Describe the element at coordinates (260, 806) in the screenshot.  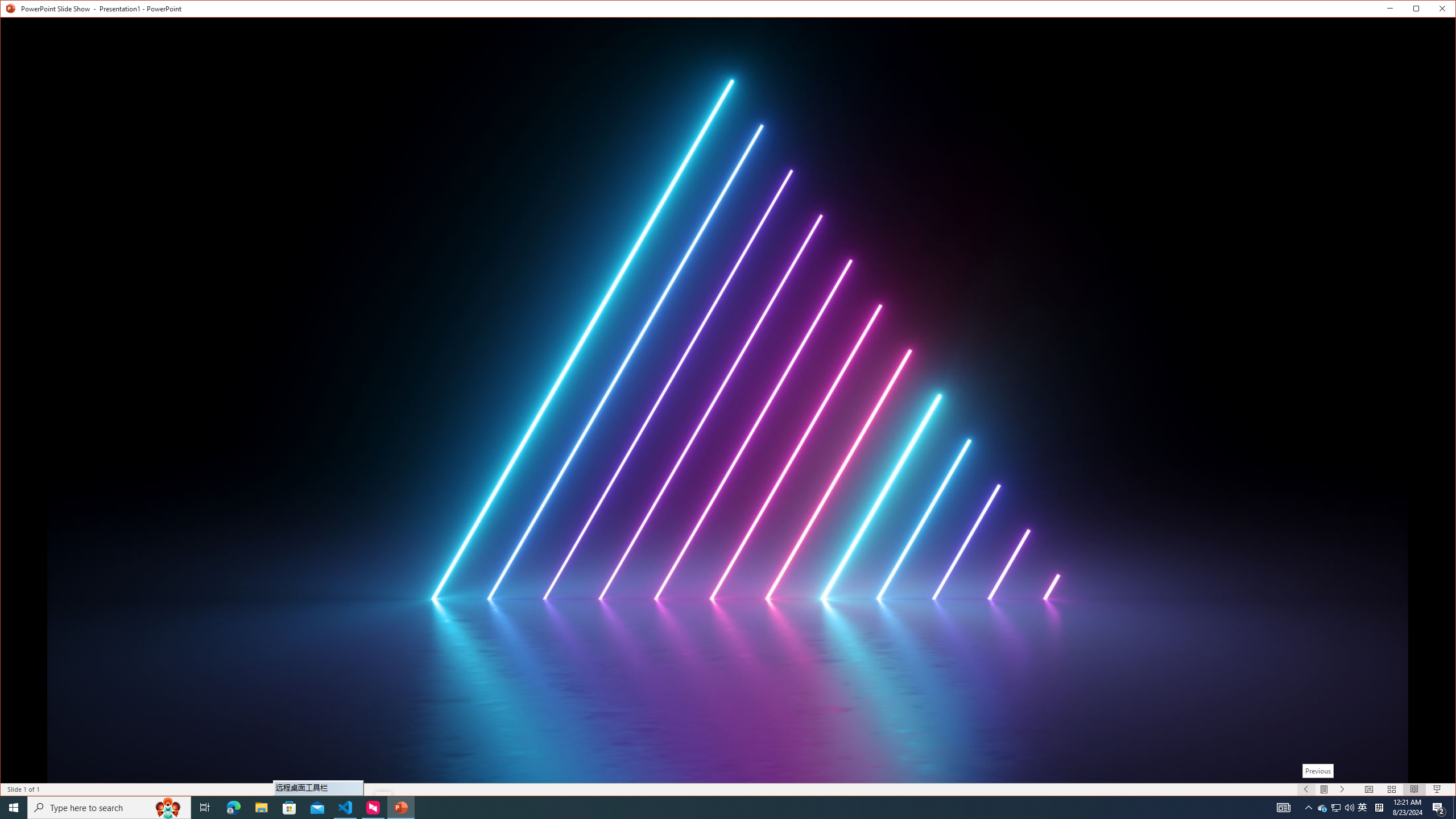
I see `'File Explorer'` at that location.